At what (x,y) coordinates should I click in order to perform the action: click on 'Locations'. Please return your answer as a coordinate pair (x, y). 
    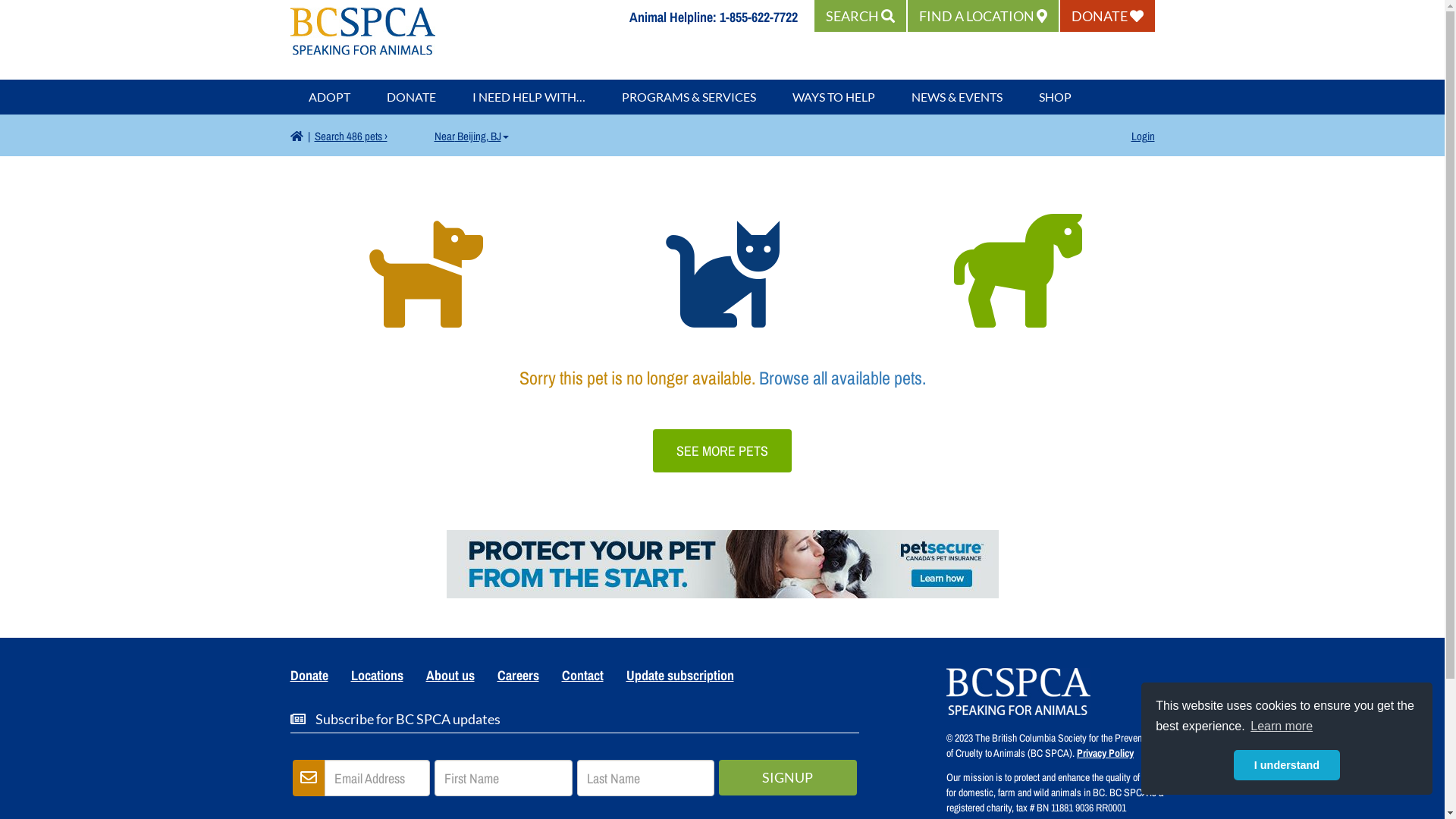
    Looking at the image, I should click on (338, 676).